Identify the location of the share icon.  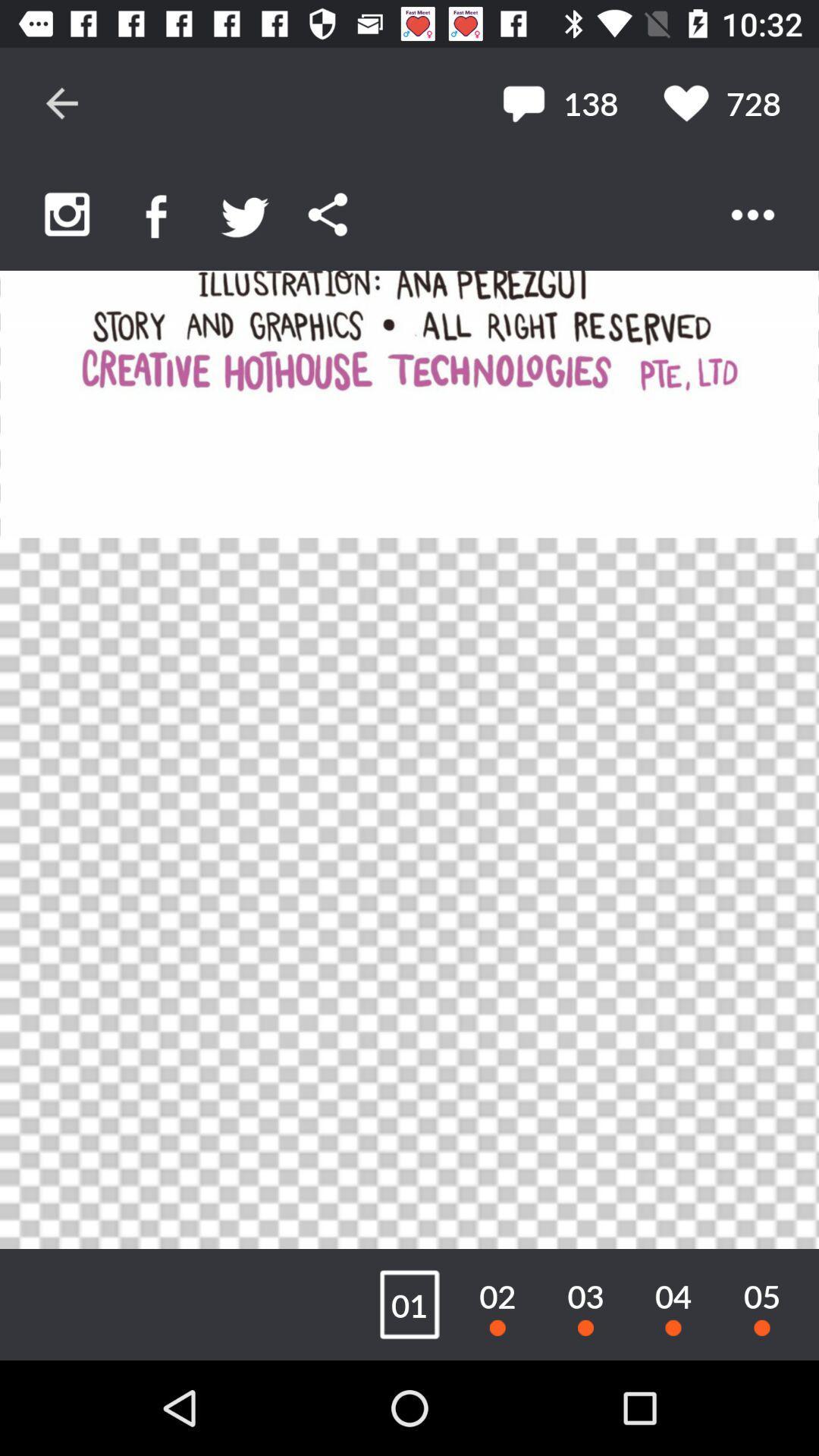
(327, 214).